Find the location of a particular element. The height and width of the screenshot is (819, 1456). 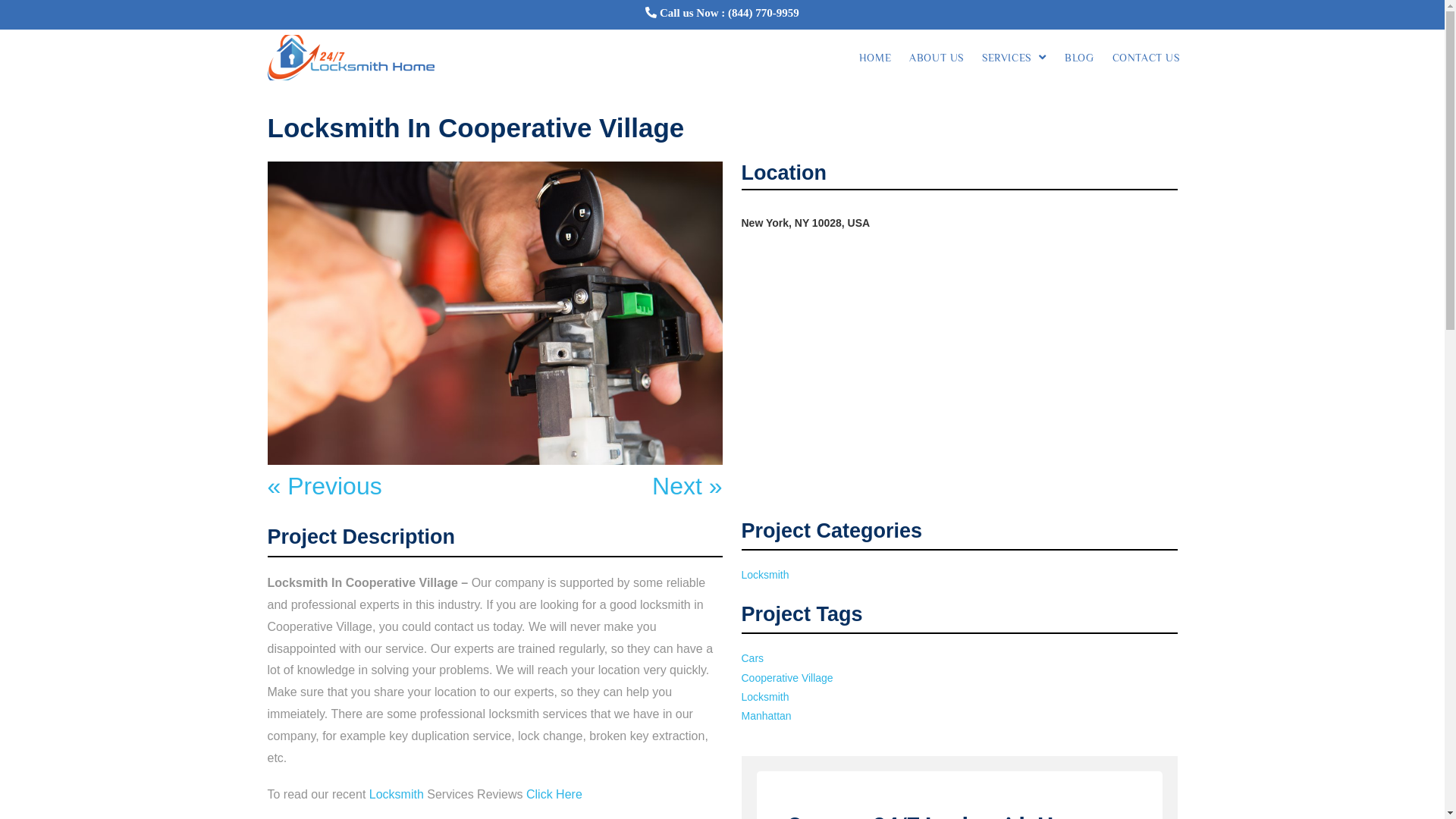

'Cooperative Village' is located at coordinates (742, 677).